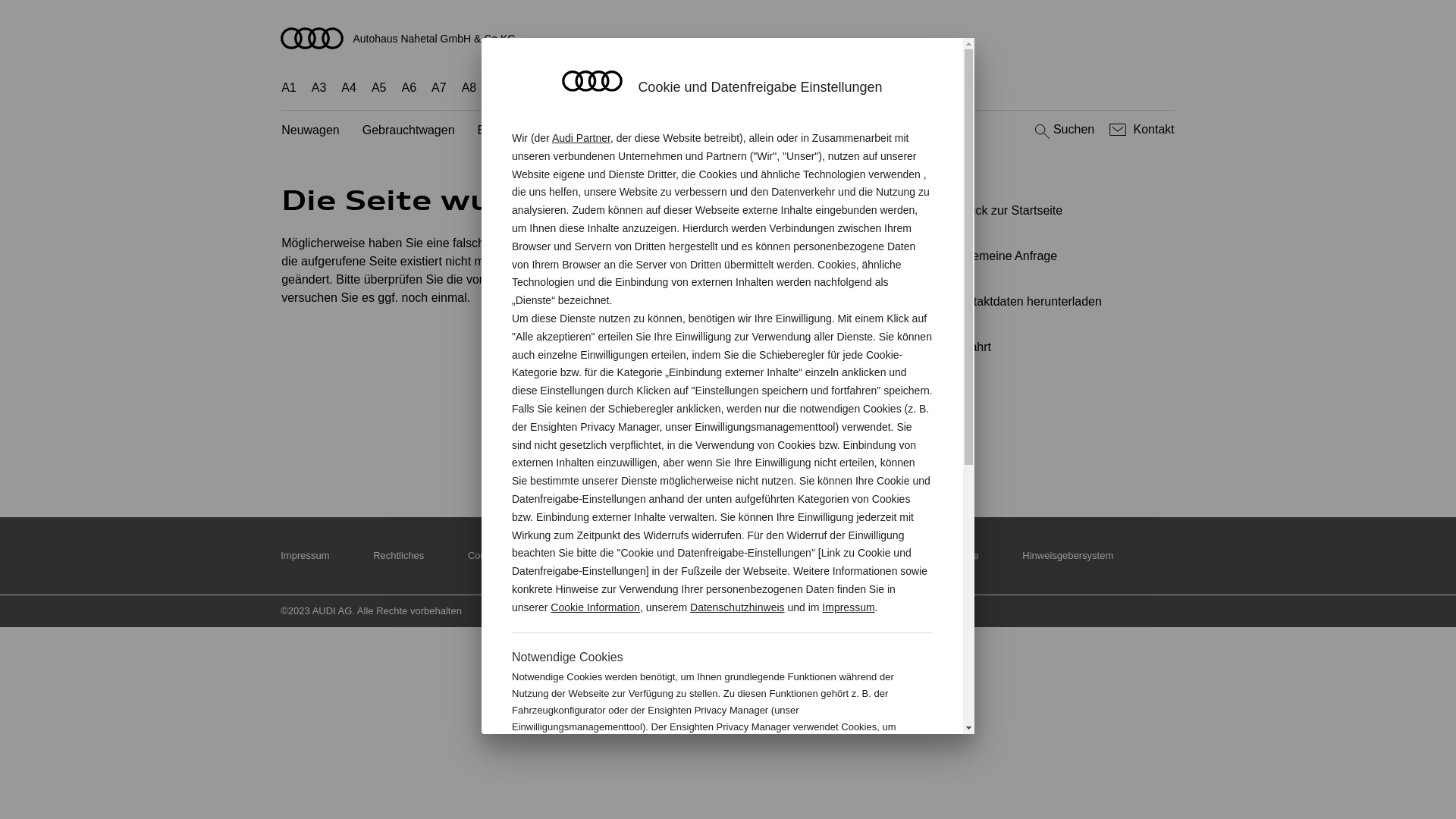 This screenshot has width=1456, height=819. Describe the element at coordinates (1140, 129) in the screenshot. I see `'Kontakt'` at that location.